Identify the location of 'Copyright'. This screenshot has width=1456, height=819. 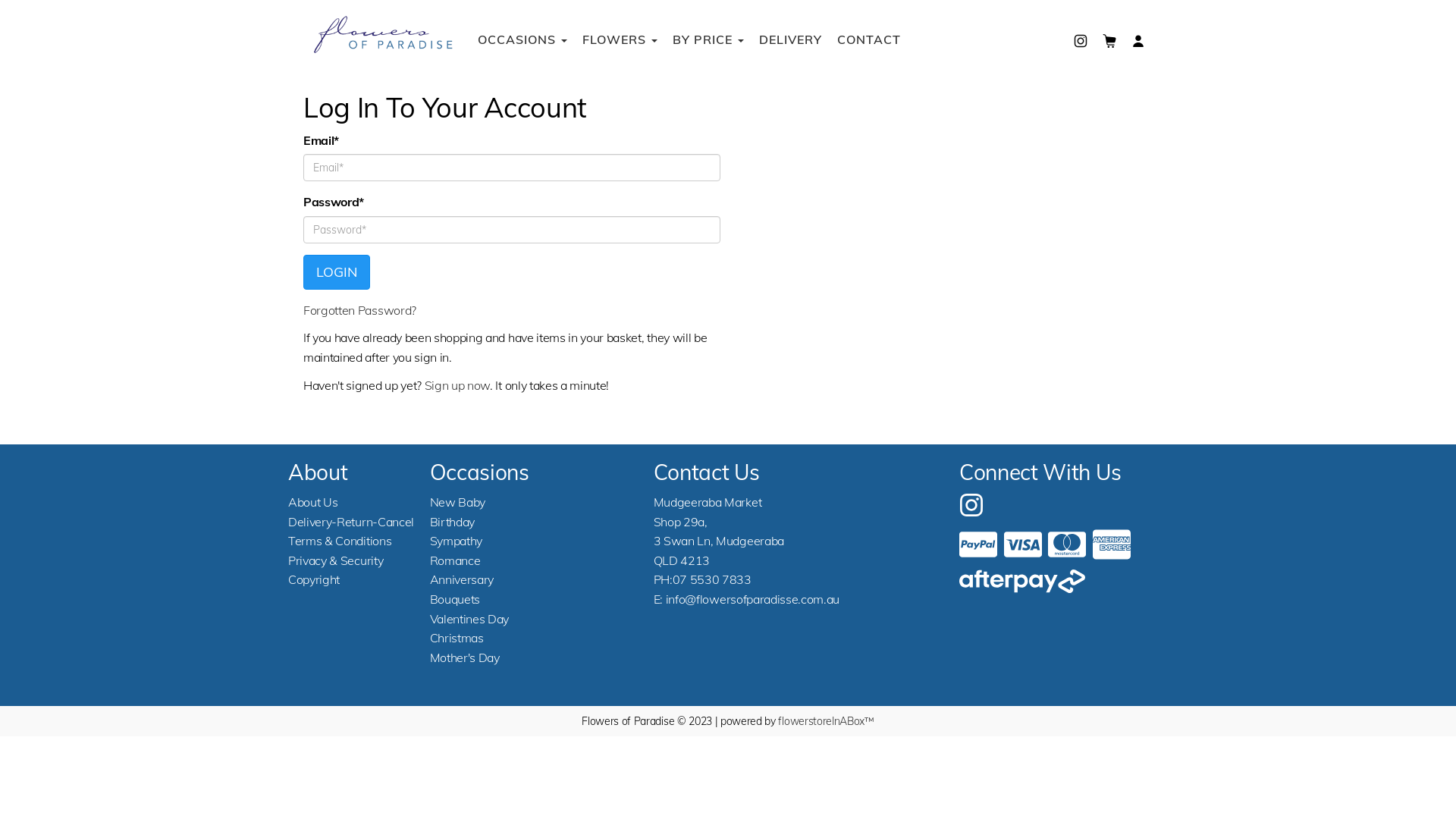
(312, 579).